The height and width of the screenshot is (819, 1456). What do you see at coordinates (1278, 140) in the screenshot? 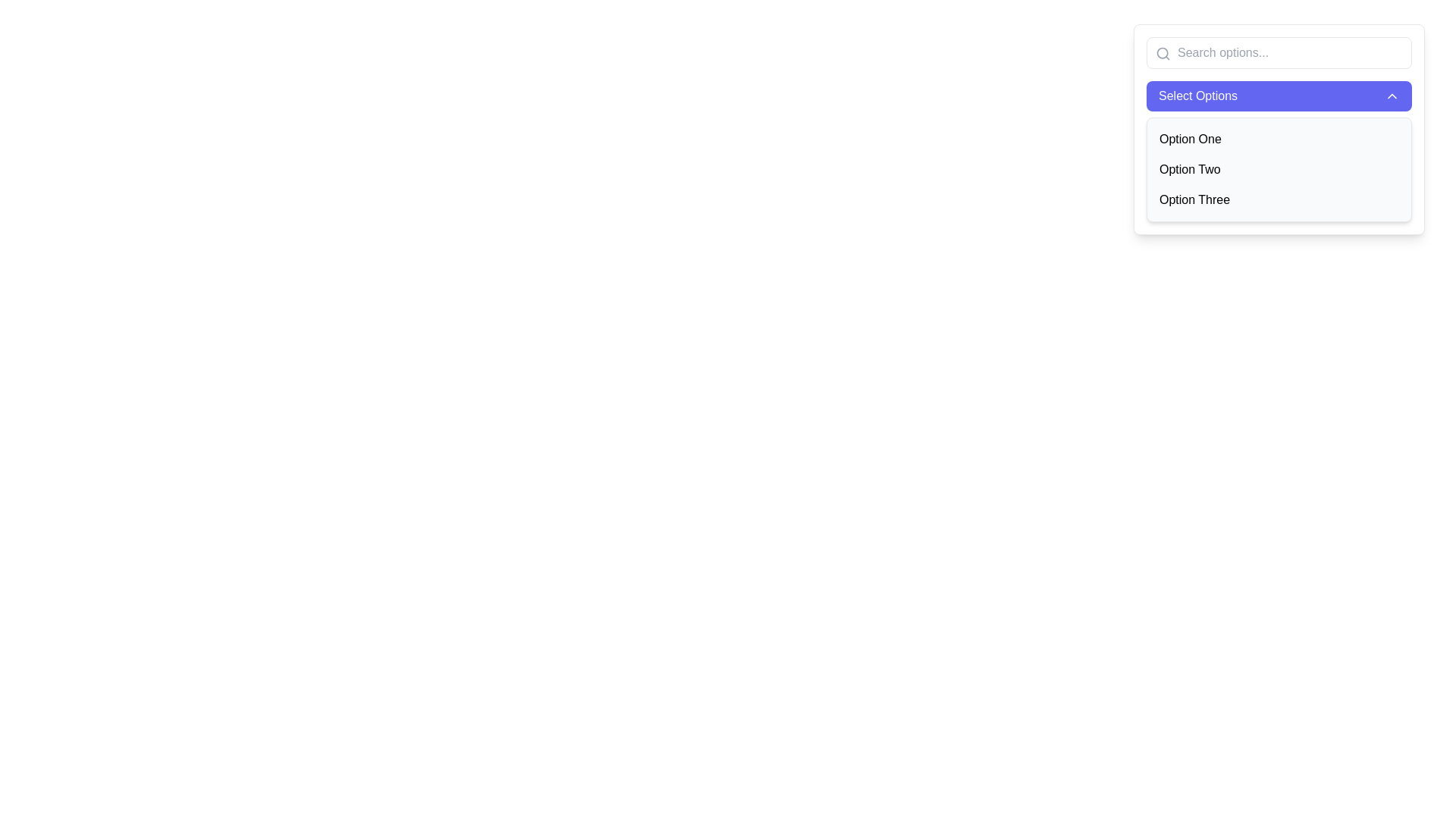
I see `the first entry of the dropdown menu, which is positioned below the 'Select Options' button` at bounding box center [1278, 140].